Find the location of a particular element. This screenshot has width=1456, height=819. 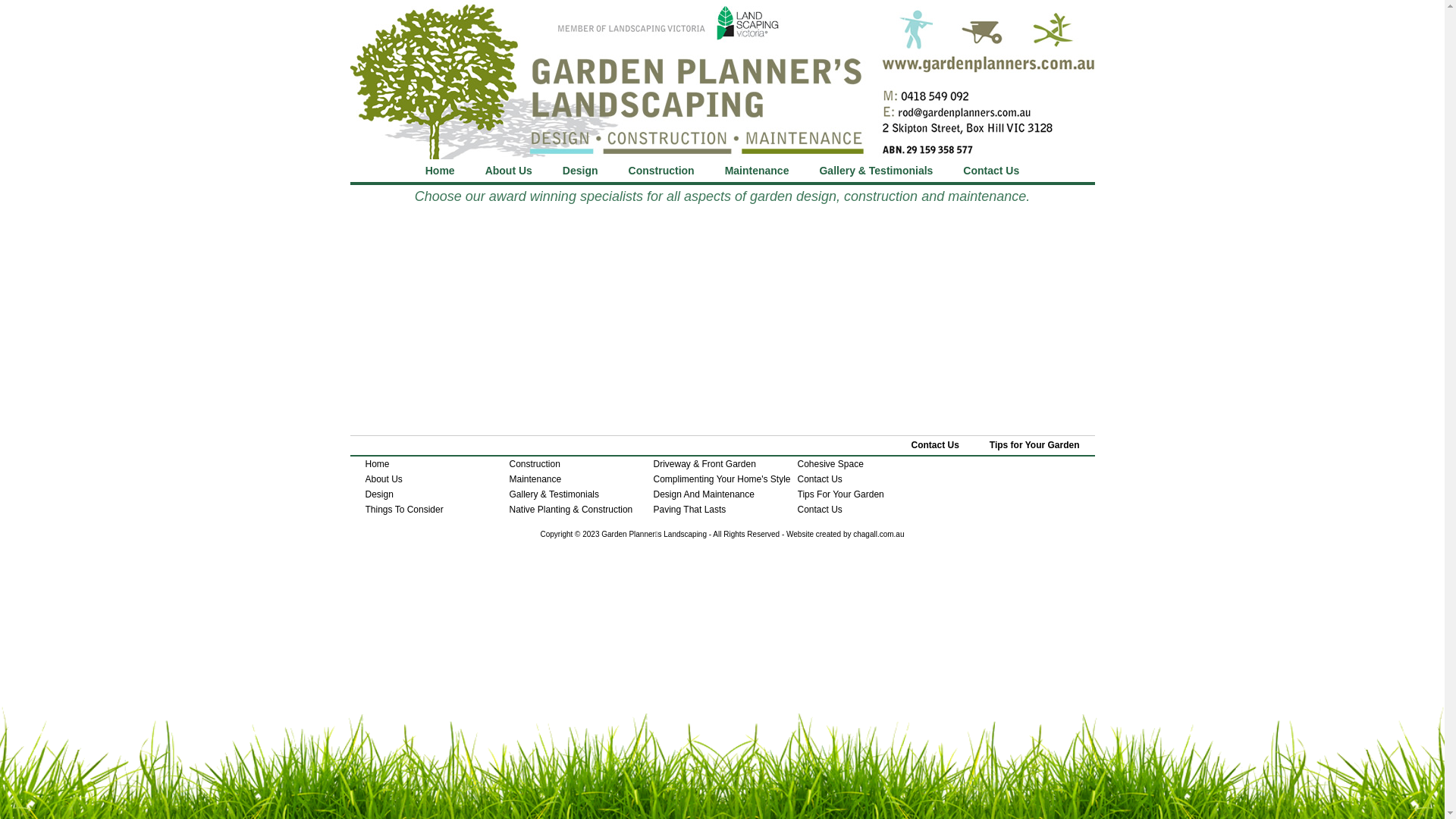

'Home' is located at coordinates (365, 463).